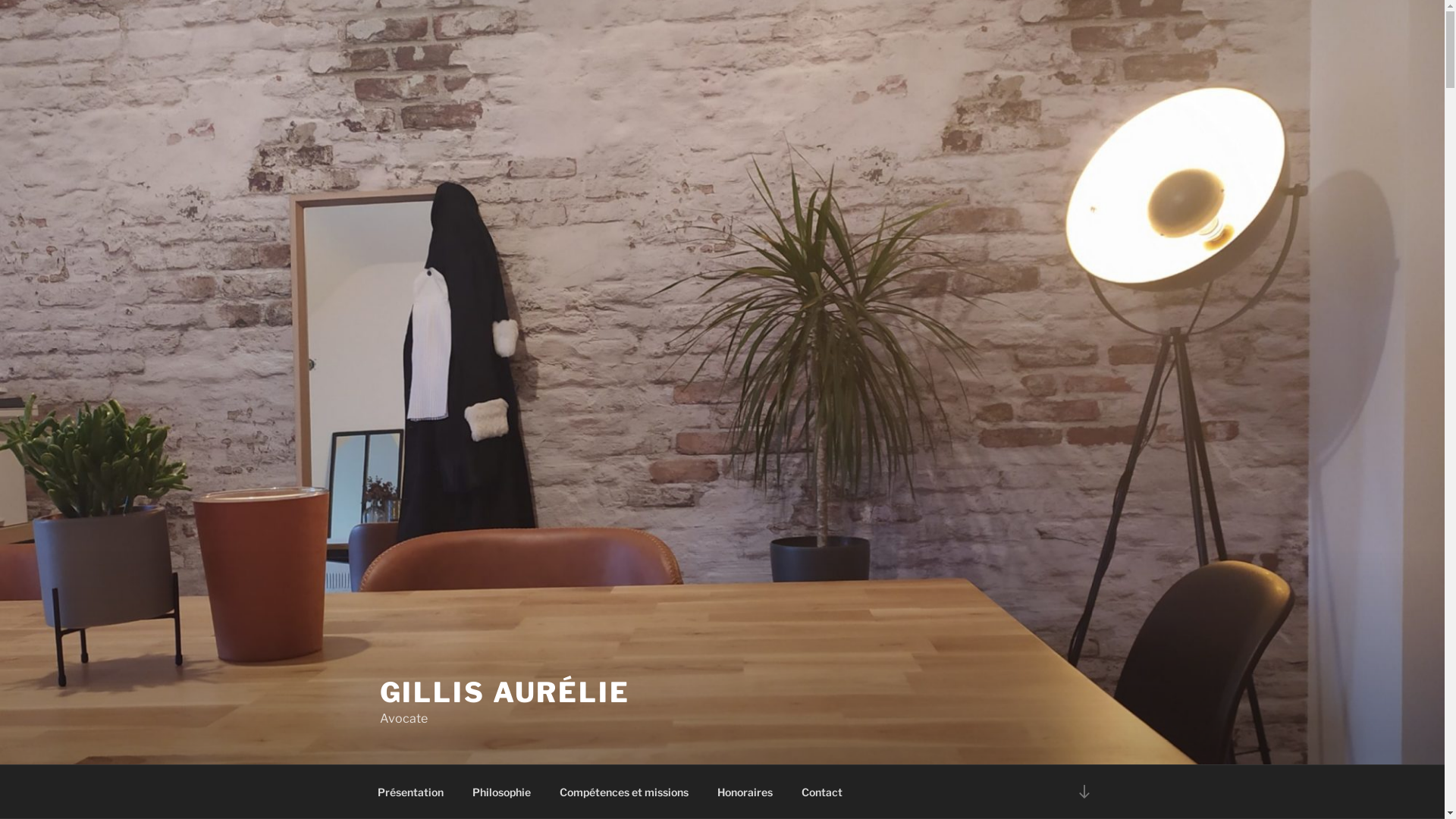 The image size is (1456, 819). What do you see at coordinates (745, 791) in the screenshot?
I see `'Honoraires'` at bounding box center [745, 791].